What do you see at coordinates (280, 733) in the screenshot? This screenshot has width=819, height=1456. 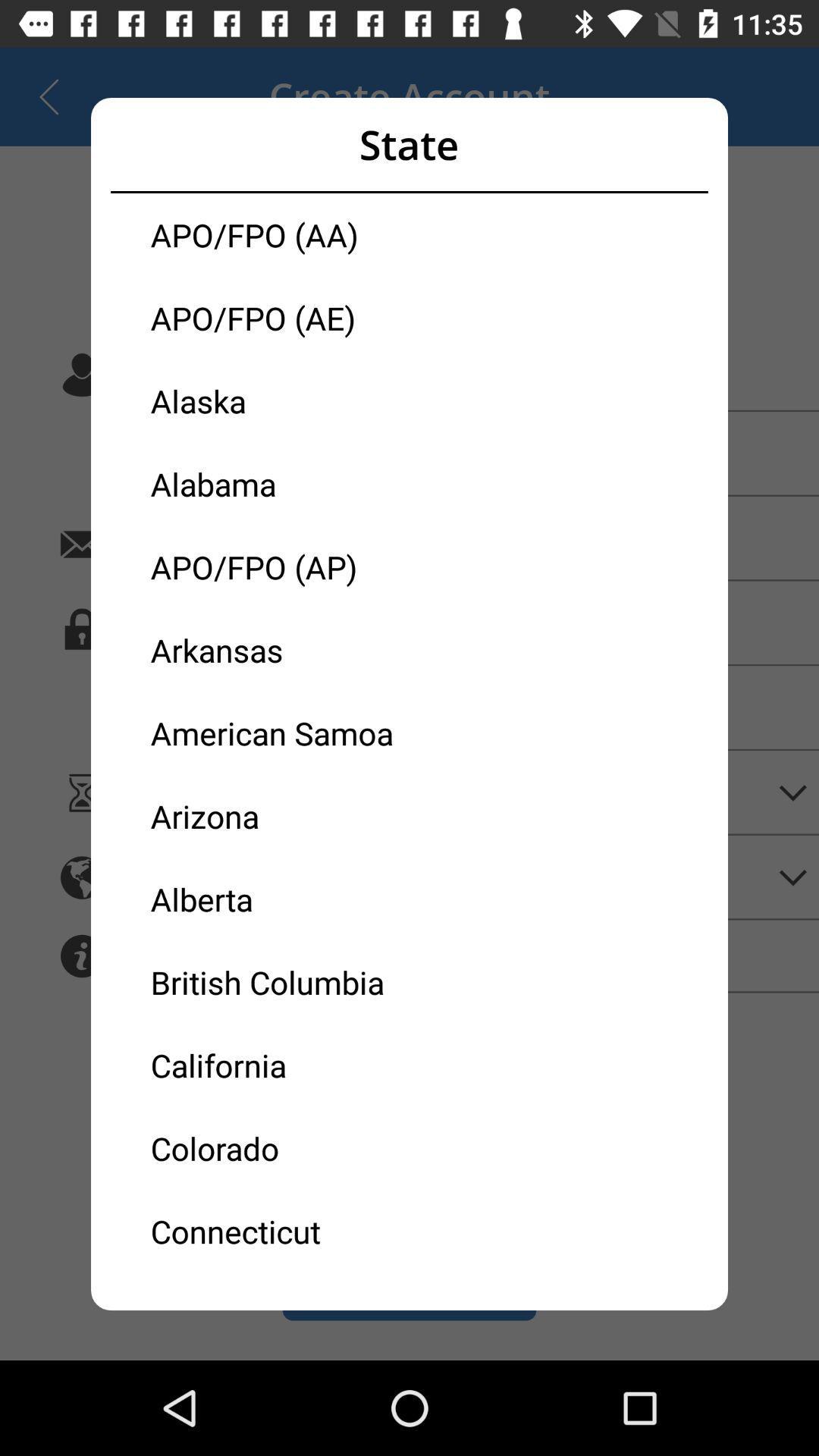 I see `the american samoa` at bounding box center [280, 733].